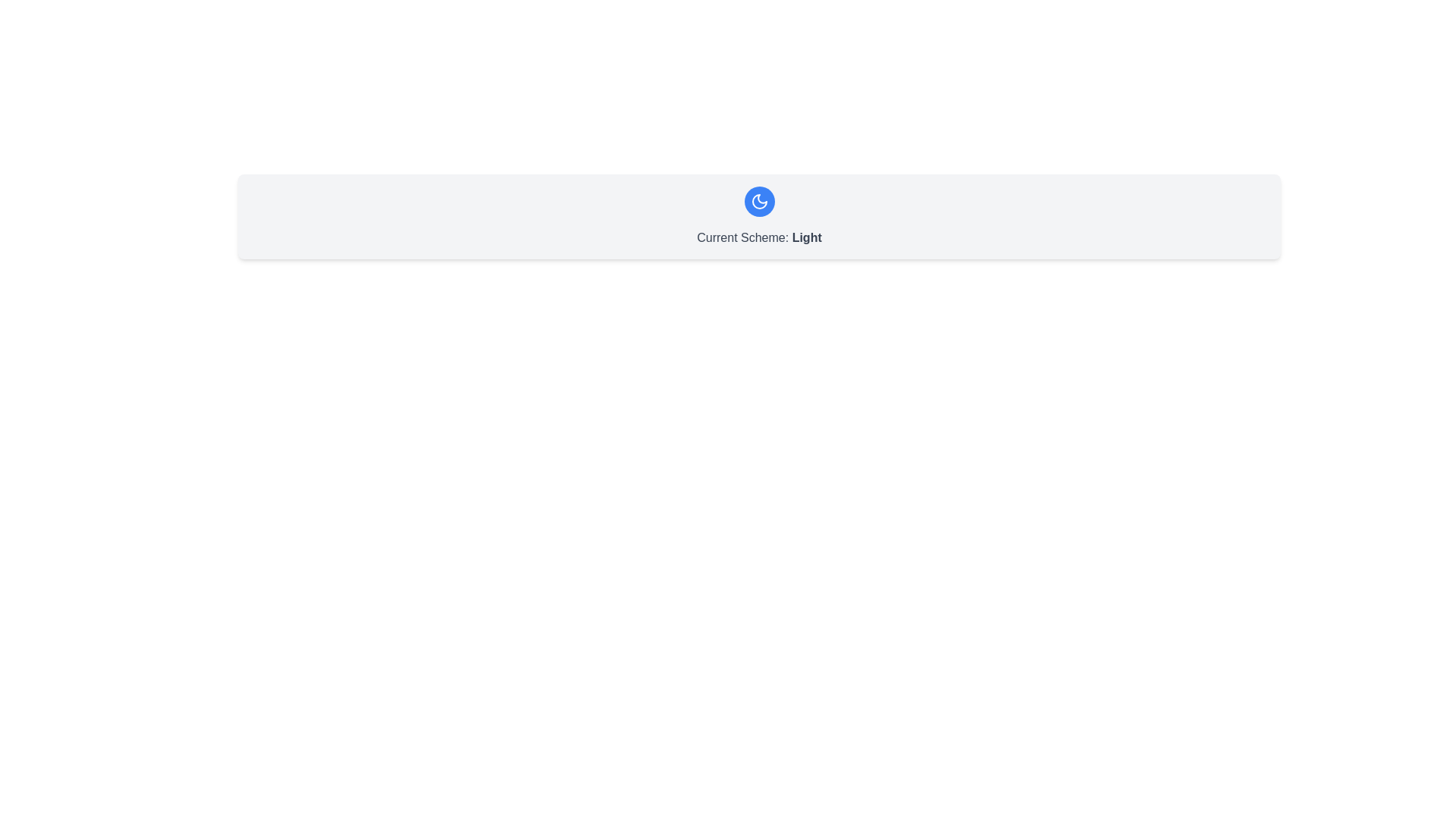 The height and width of the screenshot is (819, 1456). I want to click on the vector graphic icon representing the nighttime or dark mode, located centrally above the text 'Current Scheme: Light.', so click(759, 201).